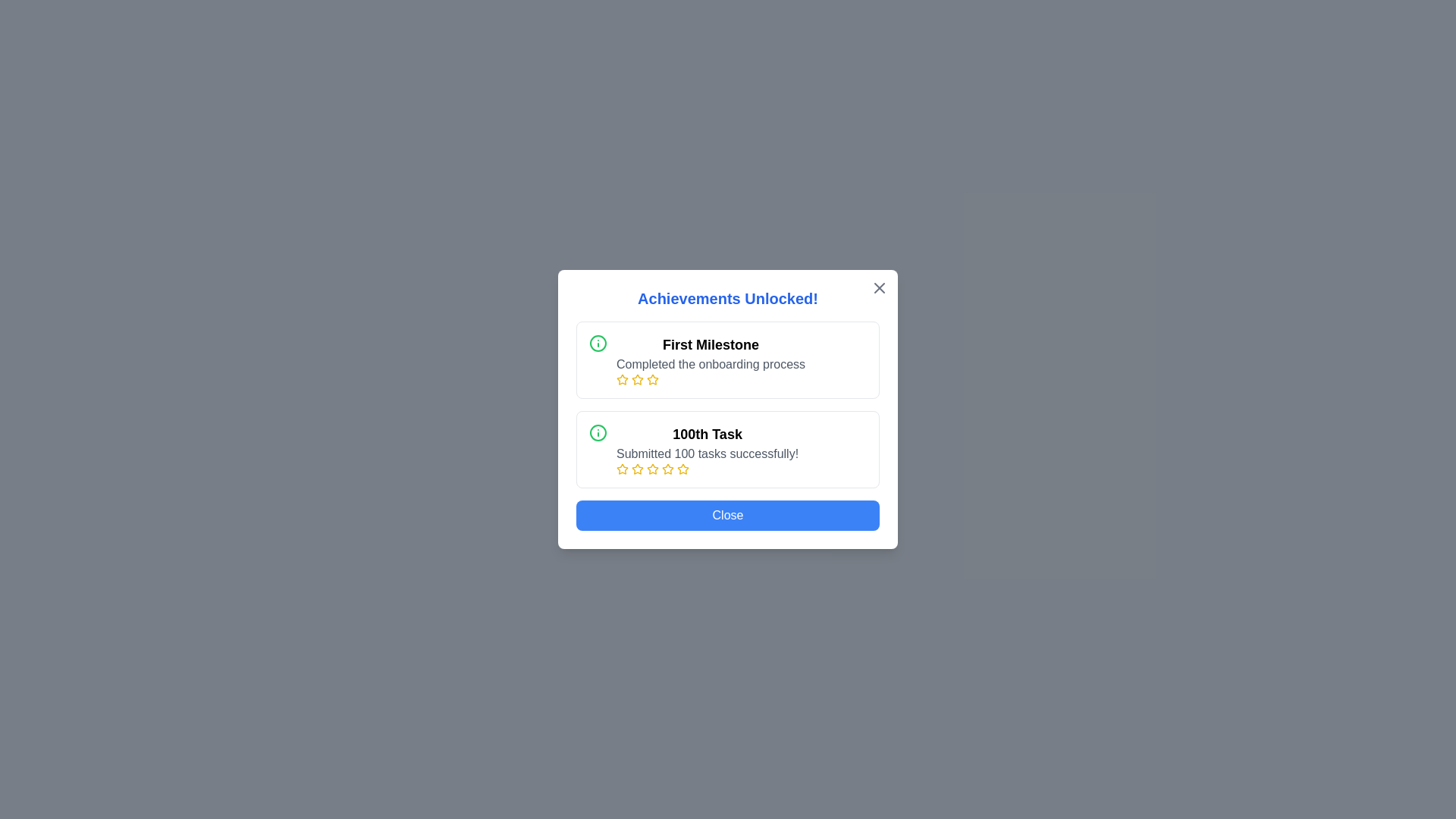 This screenshot has width=1456, height=819. Describe the element at coordinates (682, 468) in the screenshot. I see `the yellow star icon, which is the eighth star in the horizontal arrangement of nine stars under the '100th Task' section, to interact with it` at that location.